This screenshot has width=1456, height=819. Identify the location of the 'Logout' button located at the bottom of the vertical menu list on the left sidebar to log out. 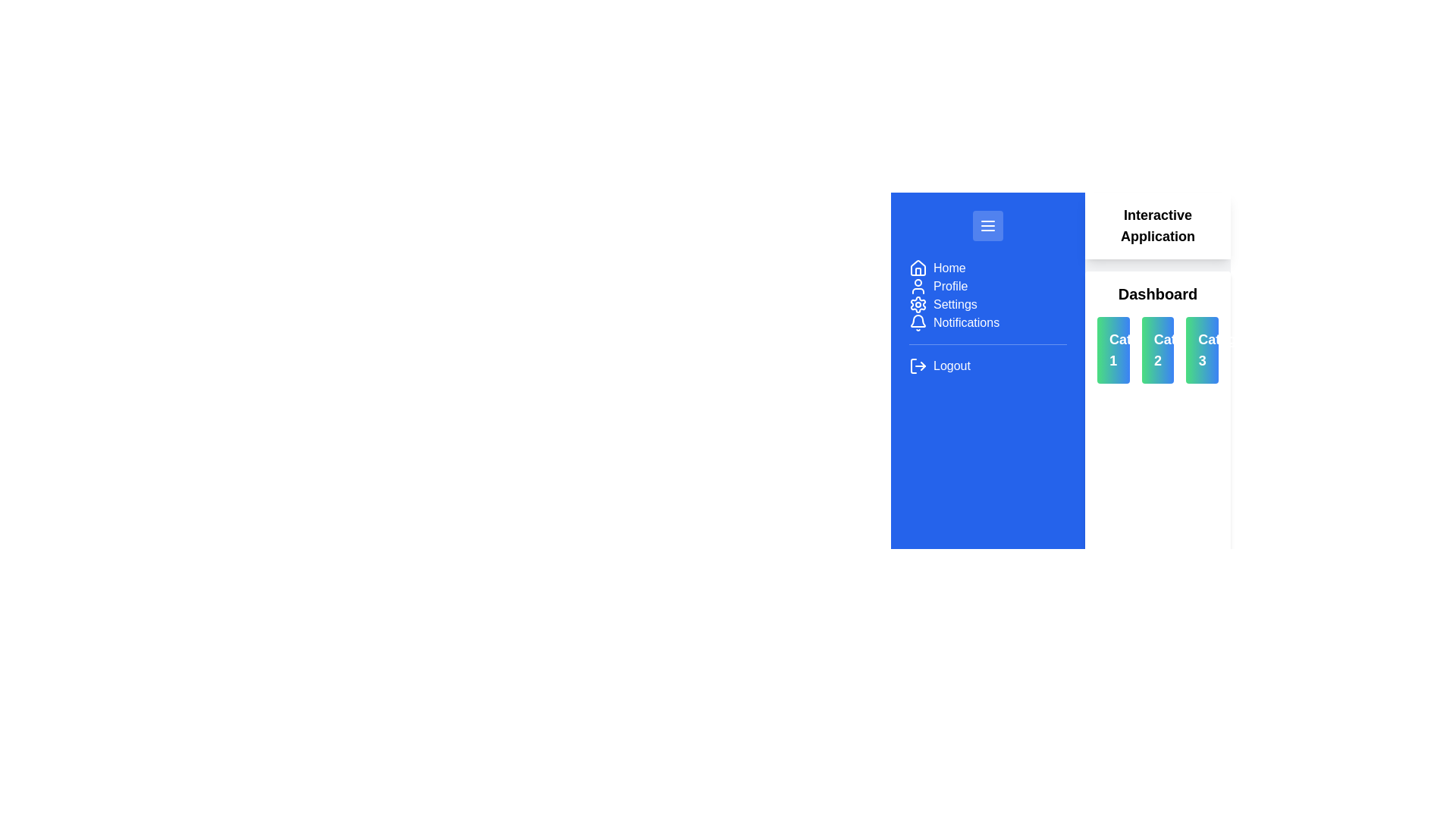
(987, 366).